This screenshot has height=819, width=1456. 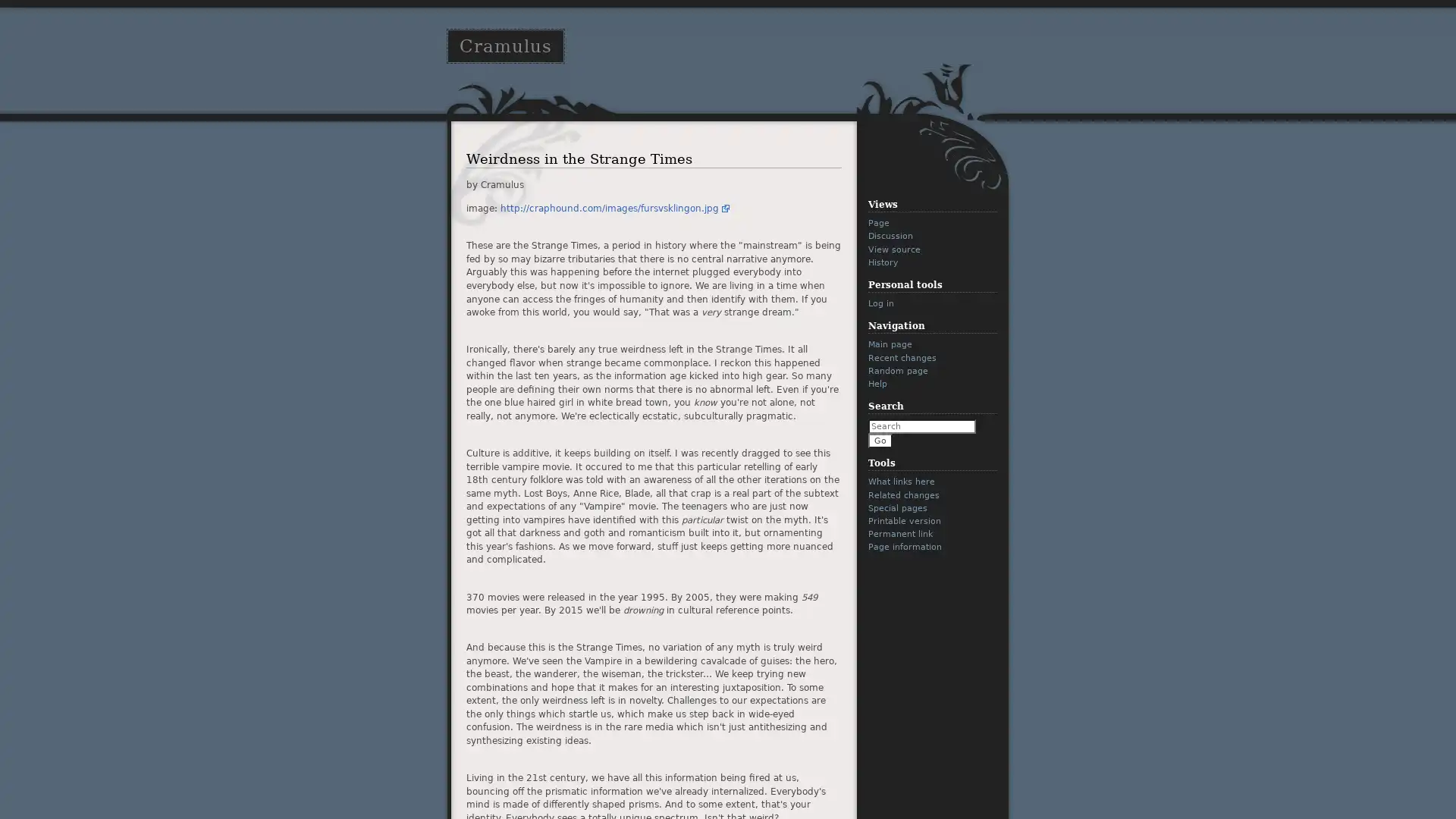 What do you see at coordinates (880, 441) in the screenshot?
I see `Go` at bounding box center [880, 441].